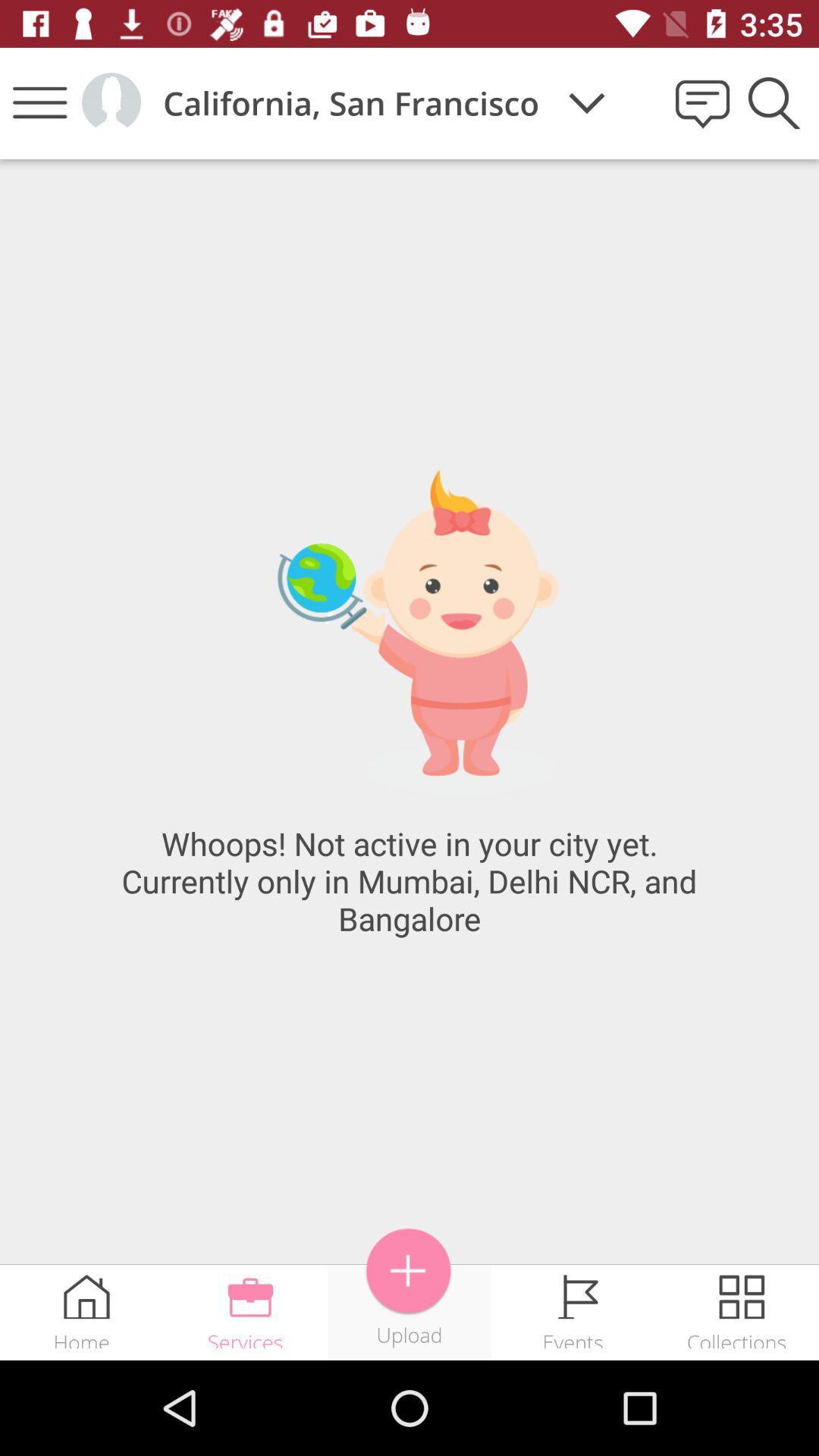 This screenshot has height=1456, width=819. I want to click on upload, so click(408, 1271).